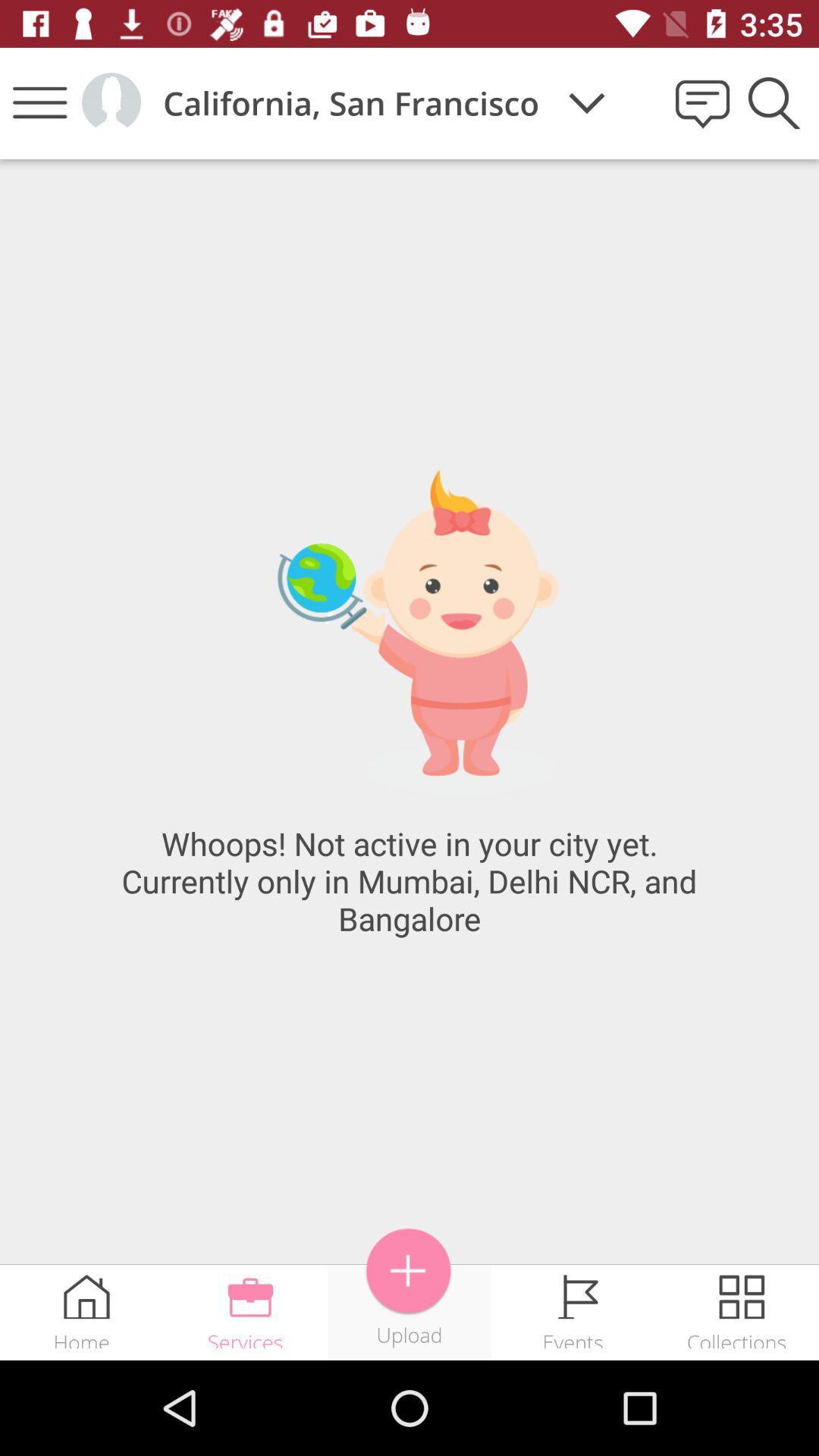 This screenshot has height=1456, width=819. I want to click on upload, so click(408, 1271).